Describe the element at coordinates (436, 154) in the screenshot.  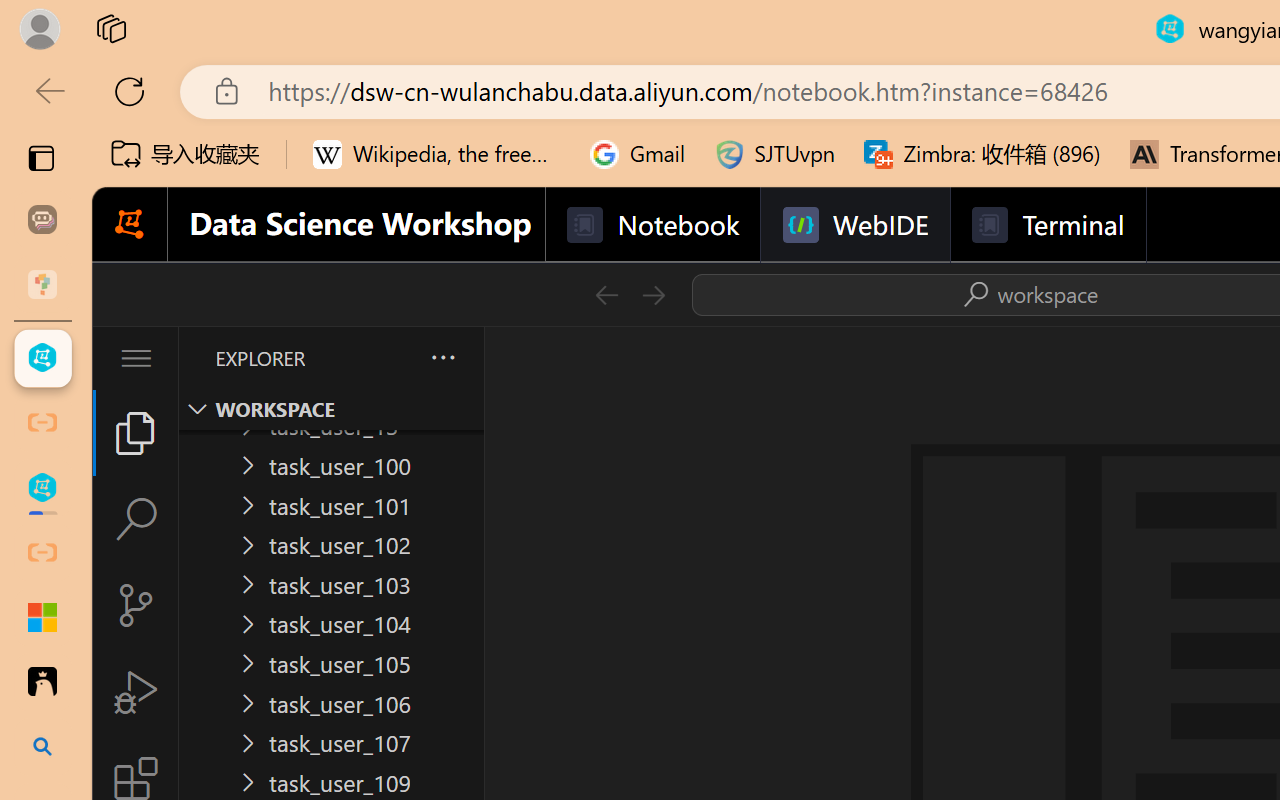
I see `'Wikipedia, the free encyclopedia'` at that location.